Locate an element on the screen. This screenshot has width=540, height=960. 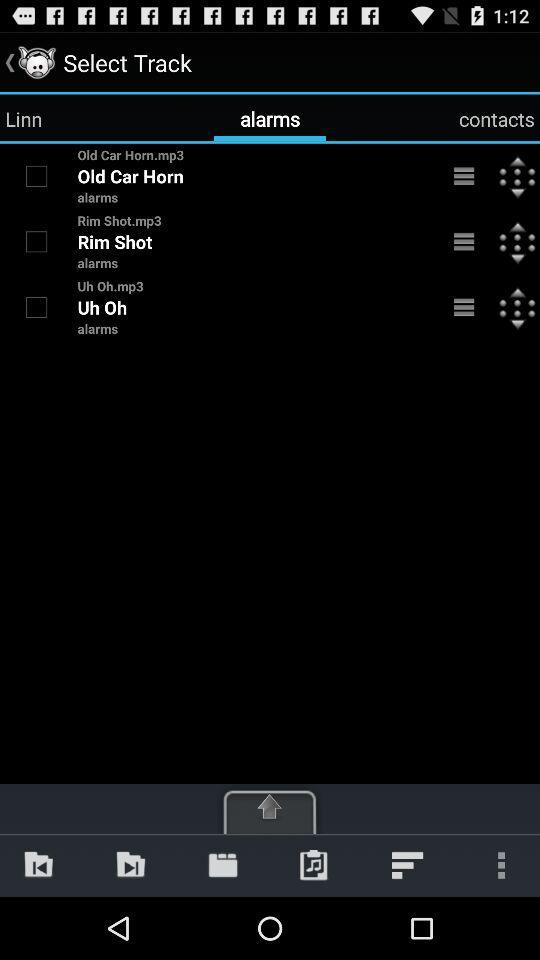
alarm is located at coordinates (36, 307).